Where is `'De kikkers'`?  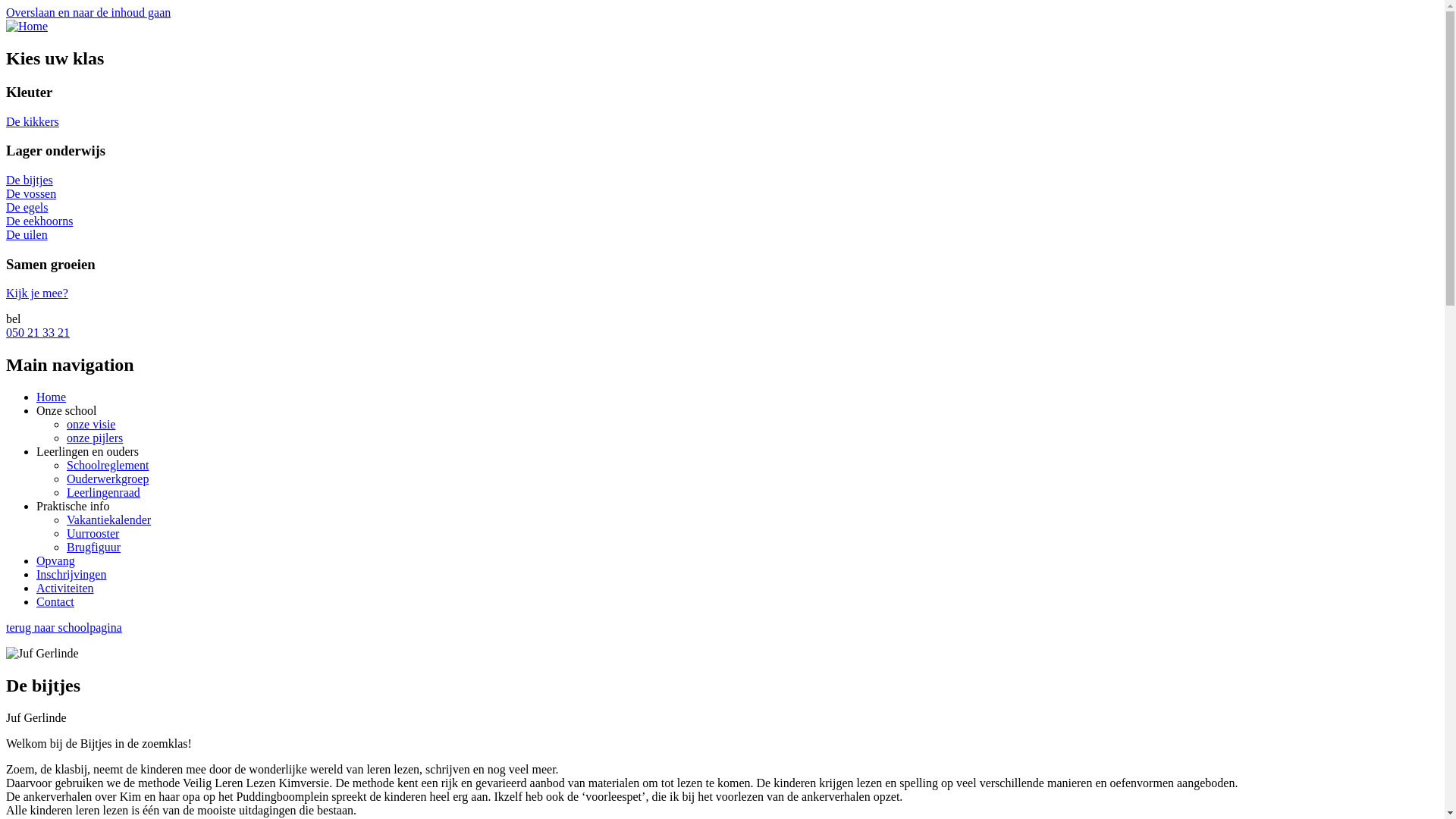 'De kikkers' is located at coordinates (33, 121).